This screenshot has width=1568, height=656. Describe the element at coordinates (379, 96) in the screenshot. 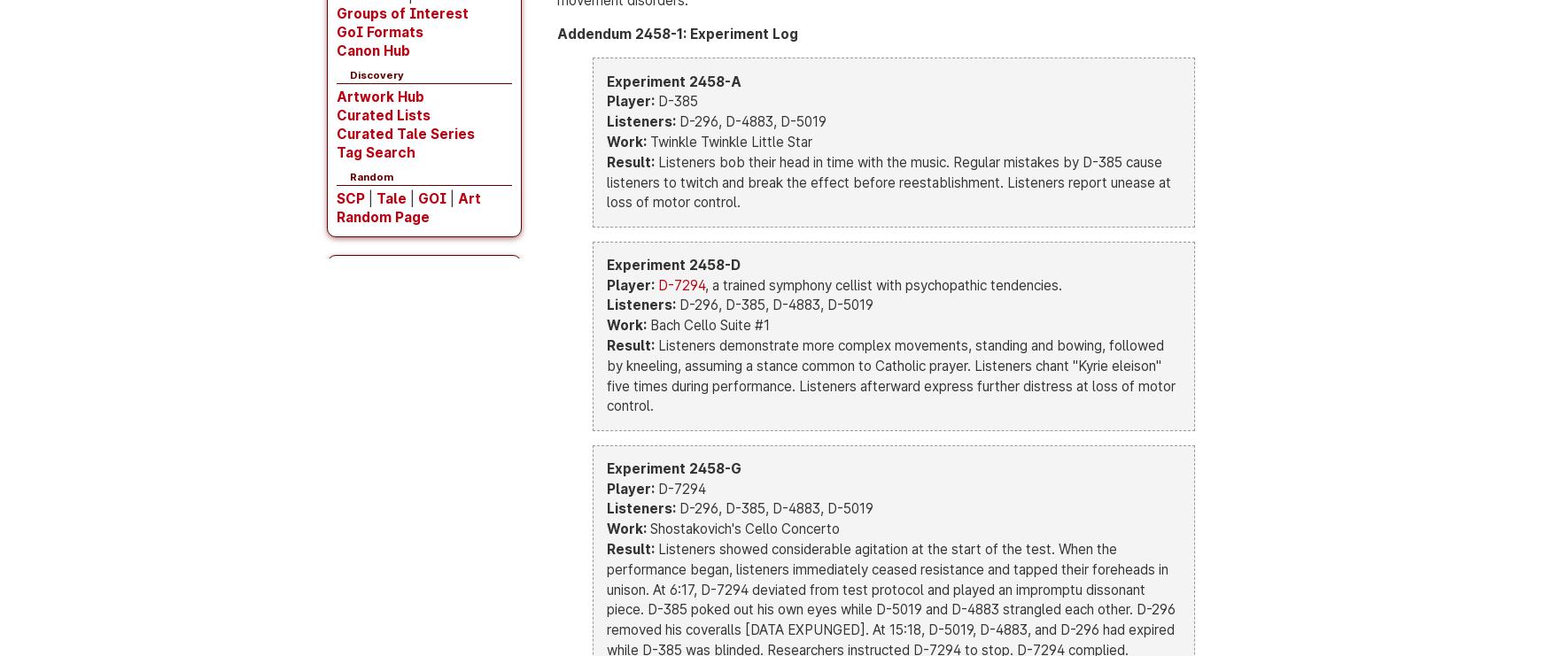

I see `'Artwork Hub'` at that location.